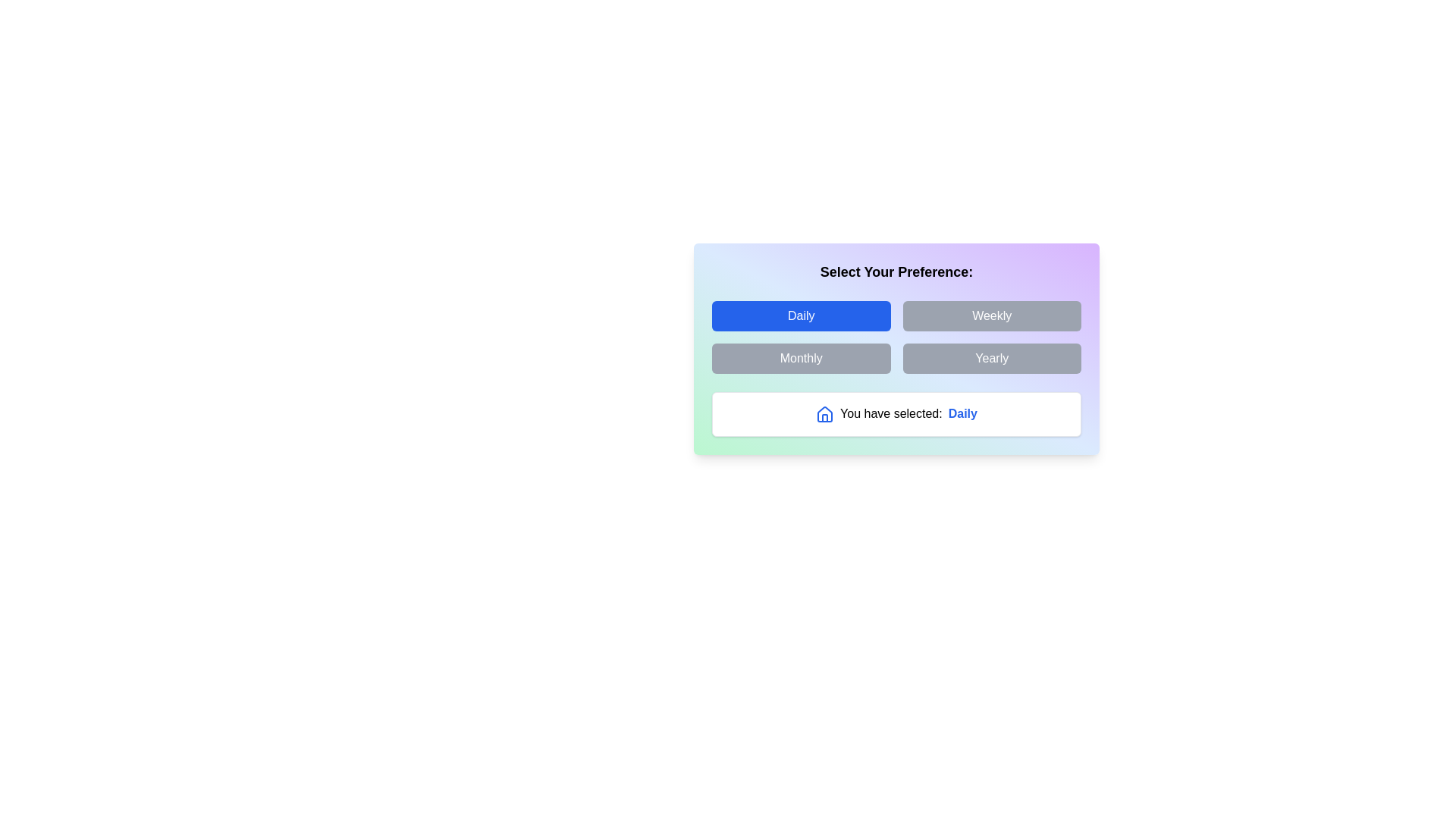 This screenshot has width=1456, height=819. I want to click on the 'Weekly' button, which is a rectangular button with a light gray background and white centered text, located in the top-right section of a grid layout, so click(992, 315).